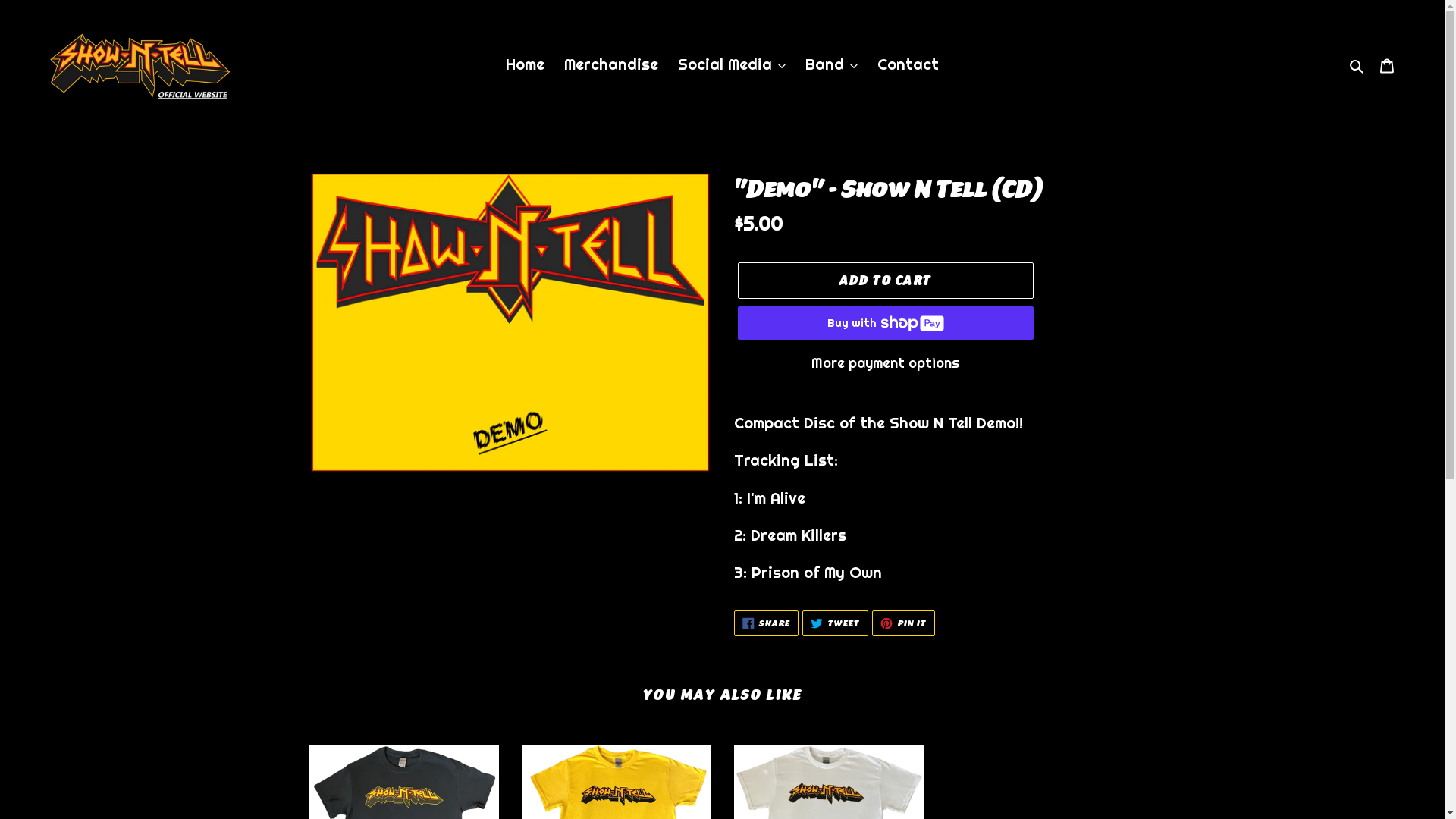 The width and height of the screenshot is (1456, 819). I want to click on 'PIN IT, so click(903, 623).